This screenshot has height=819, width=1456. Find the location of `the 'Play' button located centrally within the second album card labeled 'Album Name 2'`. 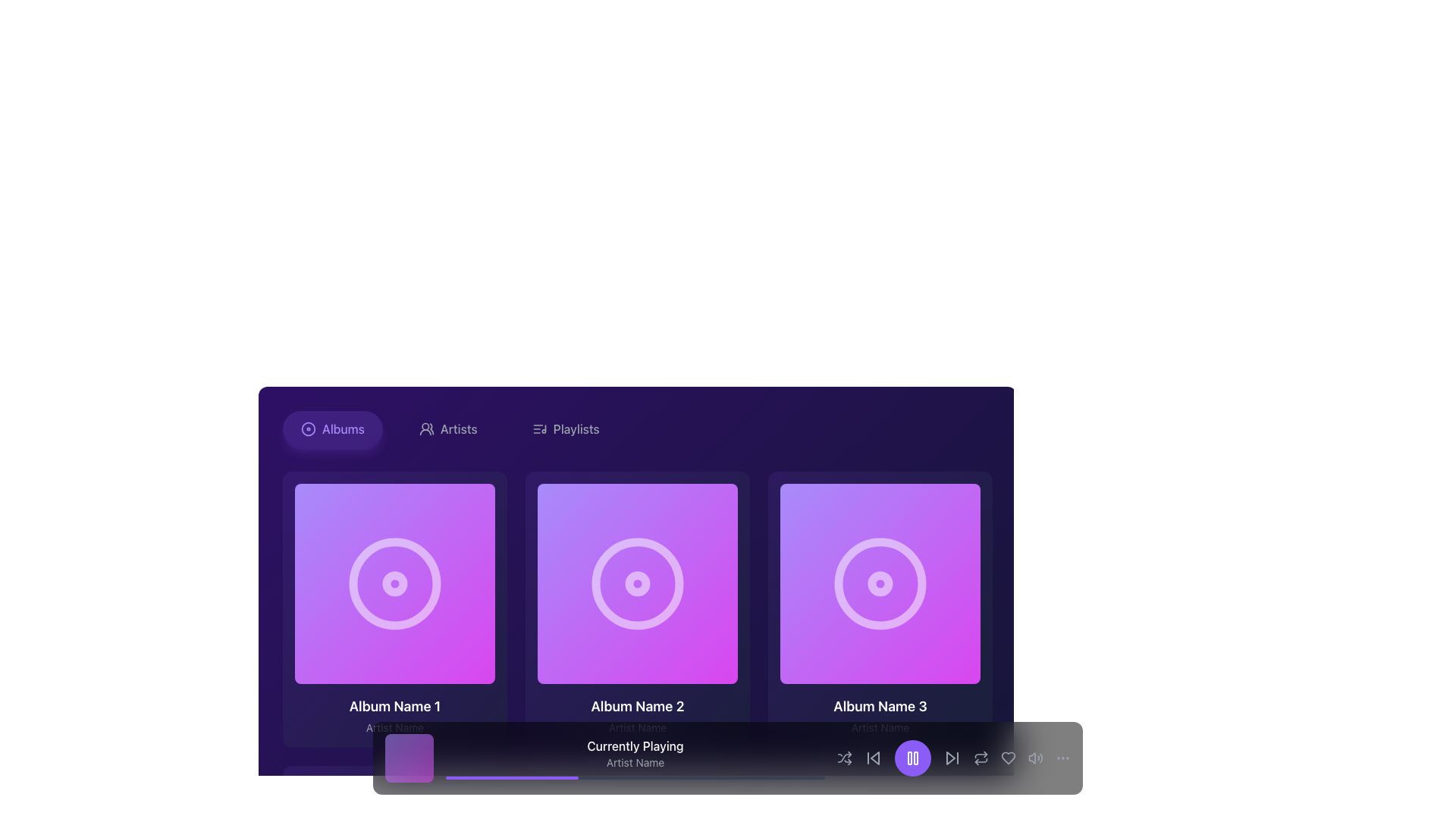

the 'Play' button located centrally within the second album card labeled 'Album Name 2' is located at coordinates (639, 583).